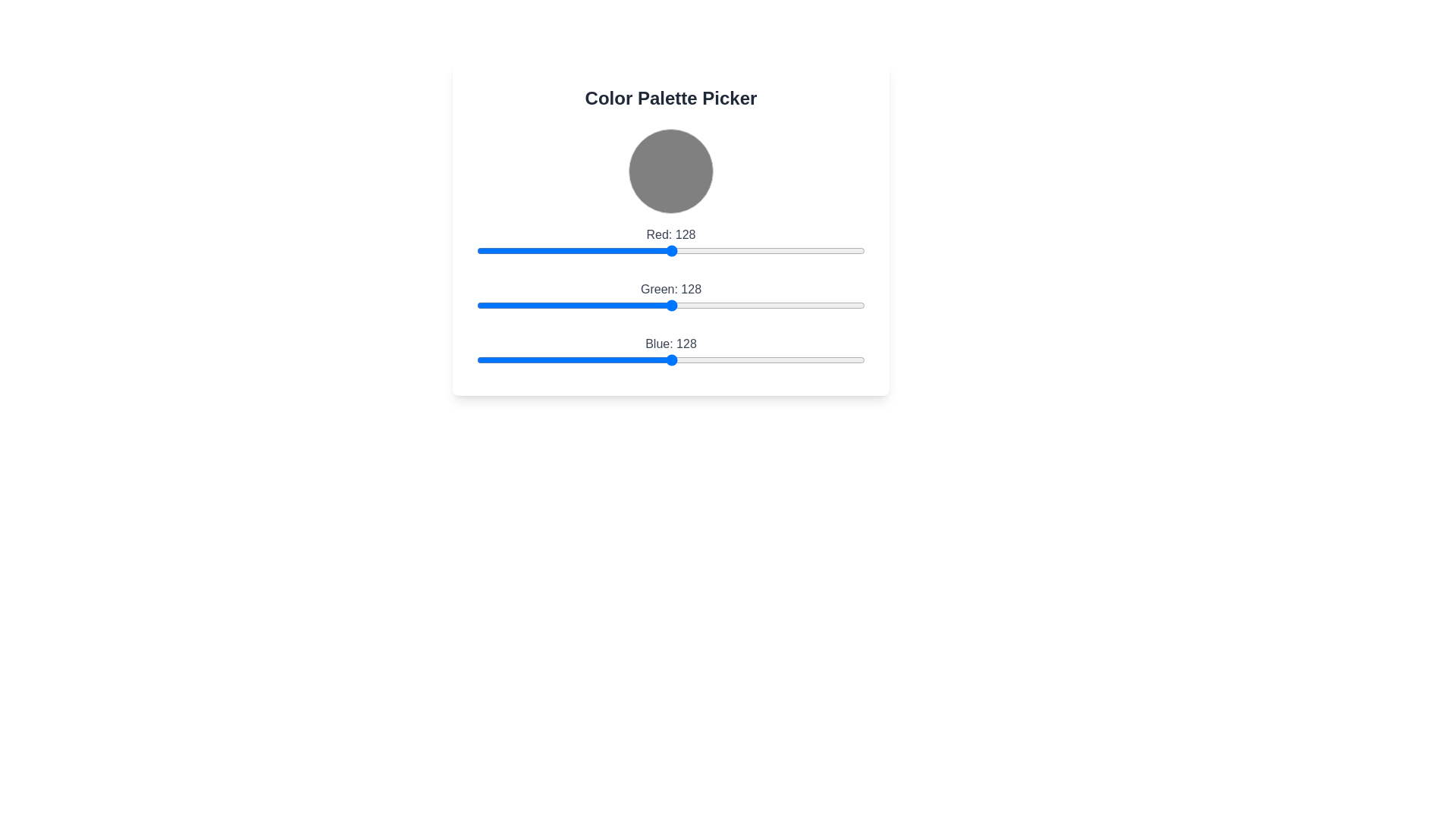  Describe the element at coordinates (590, 359) in the screenshot. I see `the blue value` at that location.